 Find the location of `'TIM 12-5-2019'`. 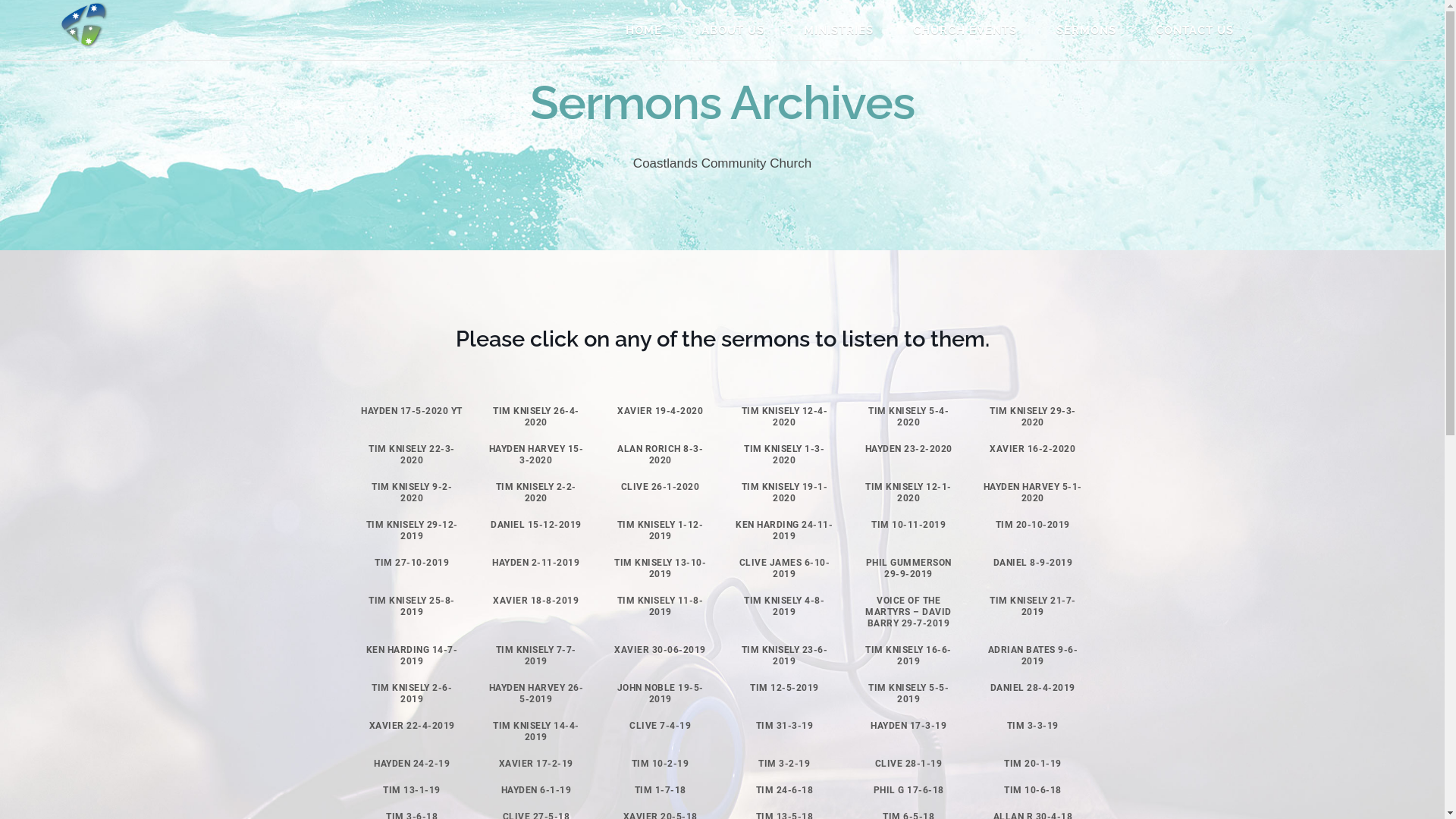

'TIM 12-5-2019' is located at coordinates (784, 687).